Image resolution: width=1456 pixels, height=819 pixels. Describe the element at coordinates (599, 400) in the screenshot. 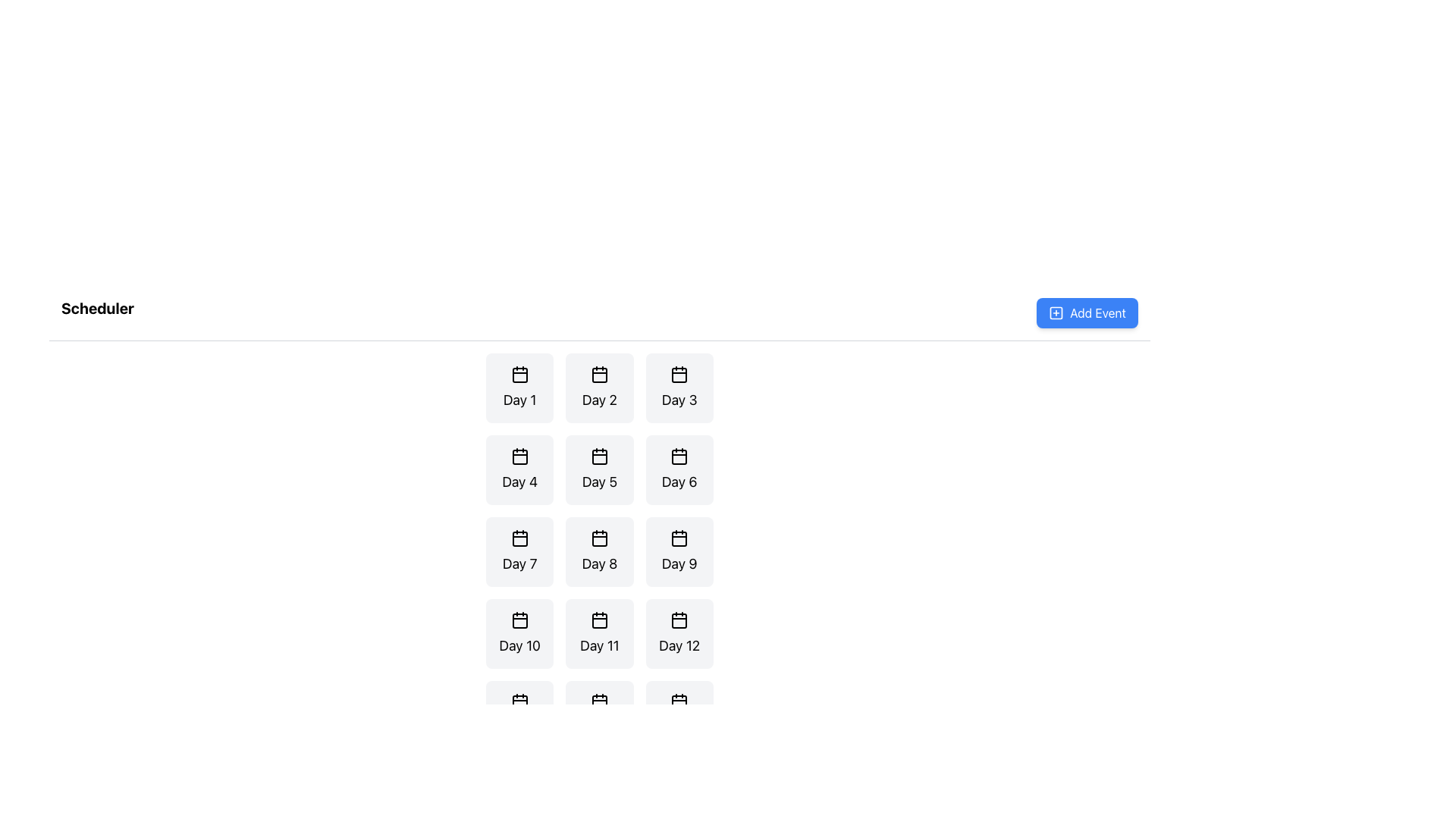

I see `the 'Day 2' text label, which is the second item in the first row of a grid structure` at that location.